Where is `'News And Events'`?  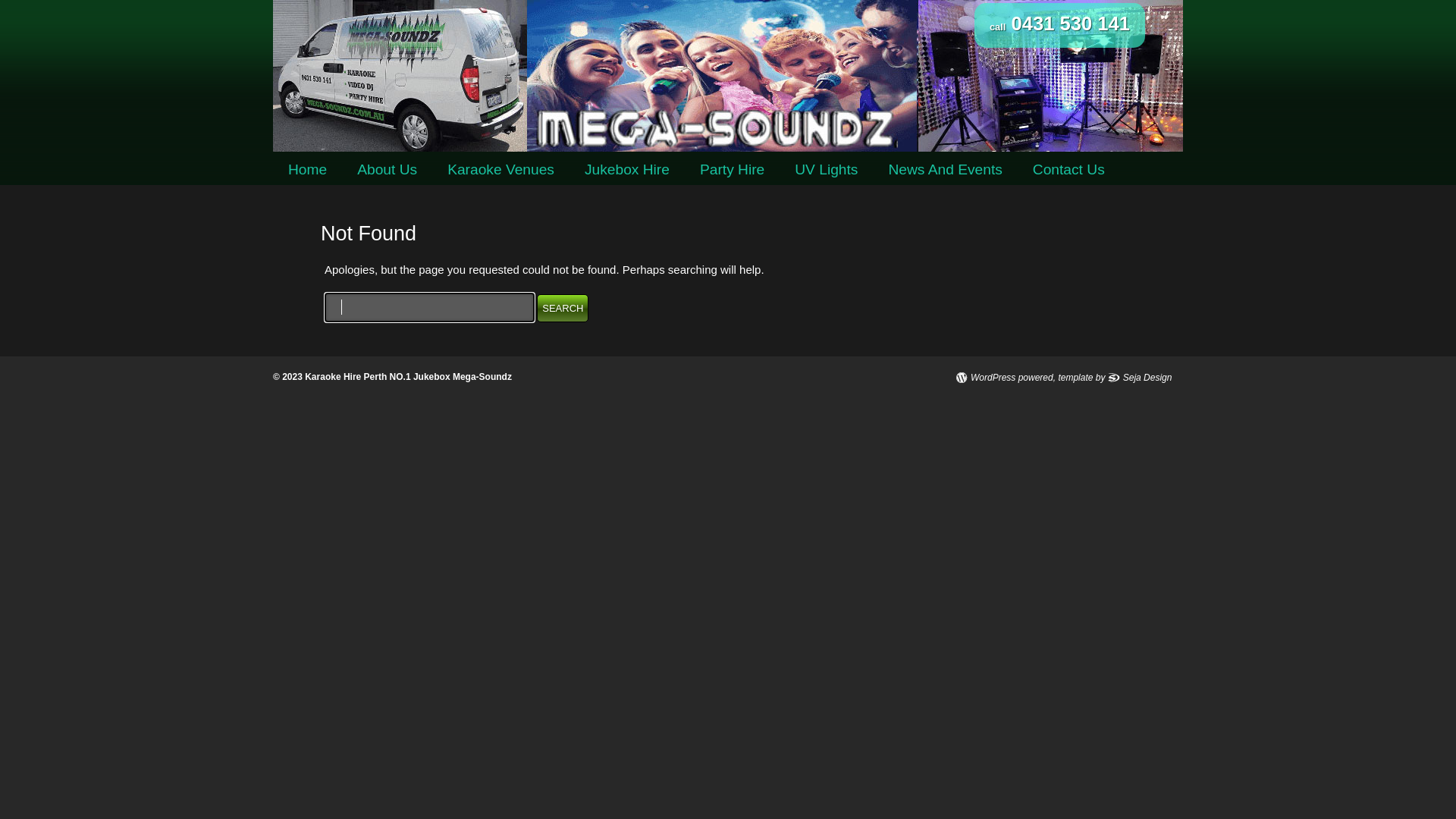
'News And Events' is located at coordinates (944, 169).